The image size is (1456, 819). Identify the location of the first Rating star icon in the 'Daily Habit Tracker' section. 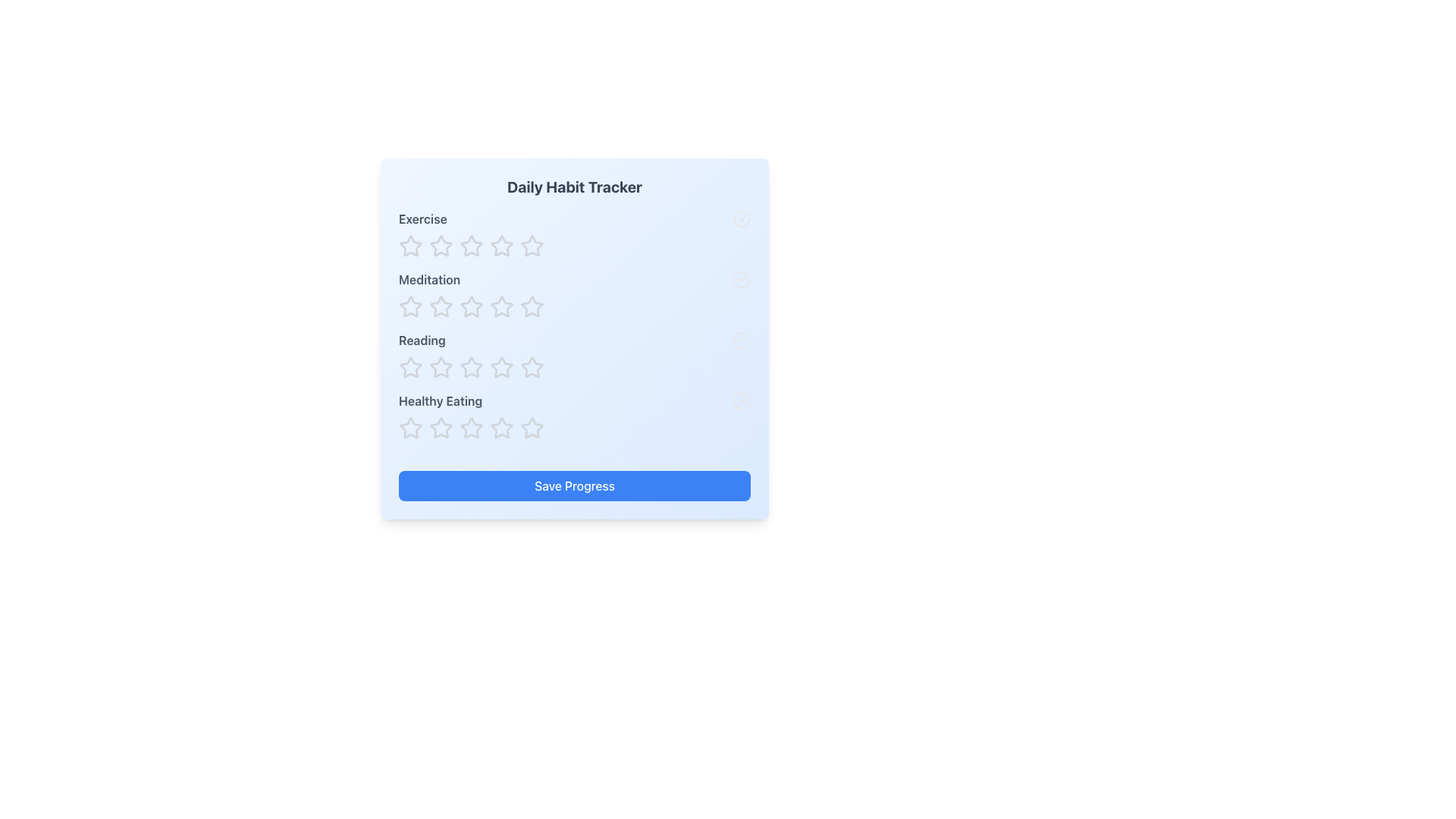
(411, 245).